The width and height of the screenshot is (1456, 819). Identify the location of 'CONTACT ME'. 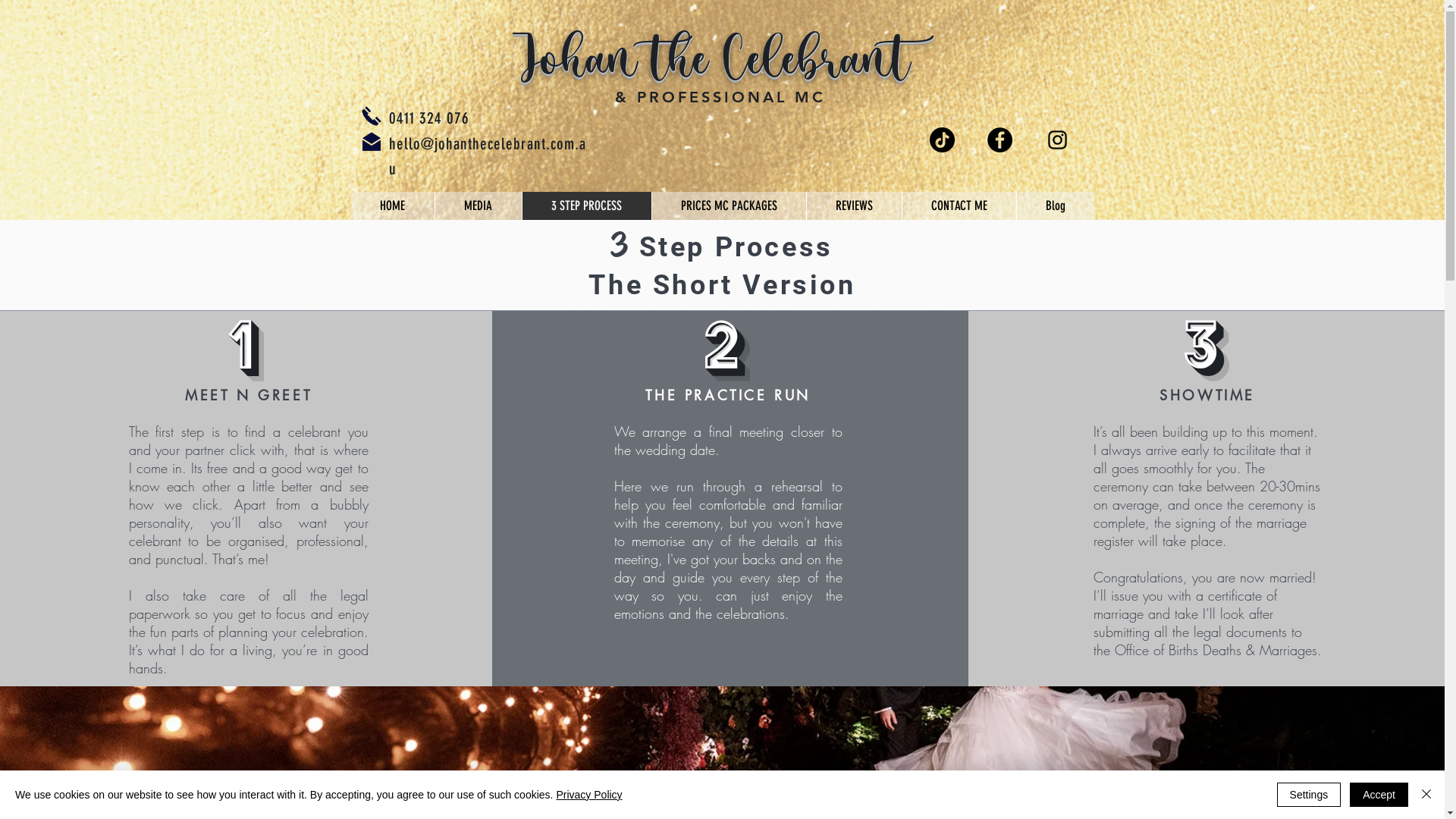
(957, 206).